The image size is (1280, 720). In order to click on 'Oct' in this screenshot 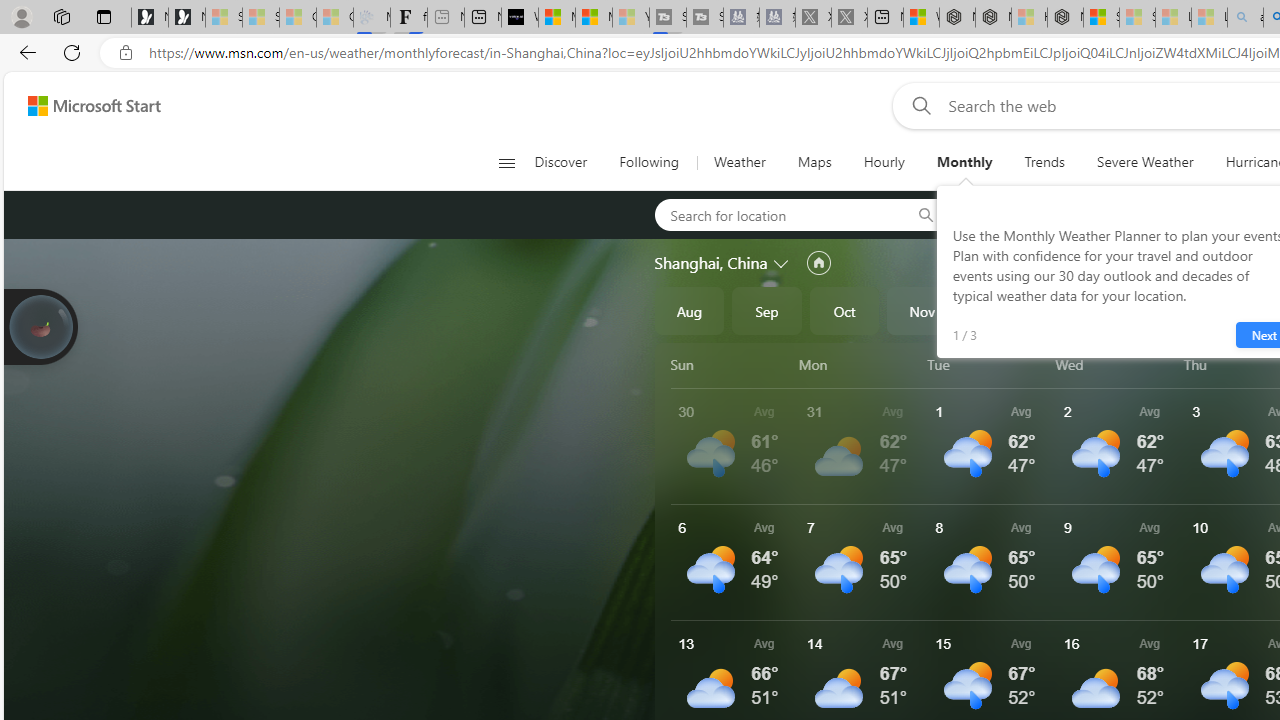, I will do `click(844, 311)`.